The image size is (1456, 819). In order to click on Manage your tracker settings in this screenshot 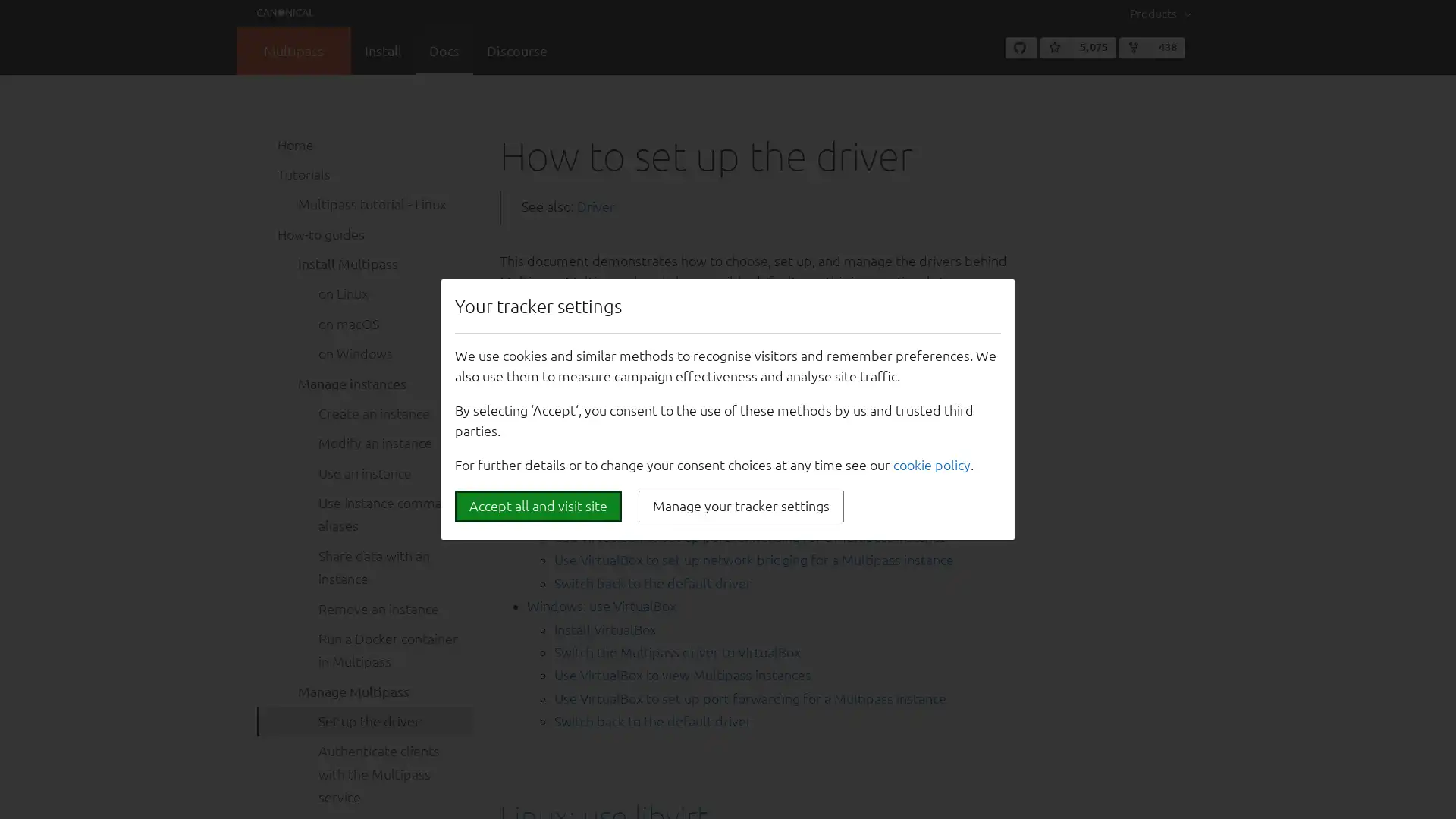, I will do `click(741, 506)`.